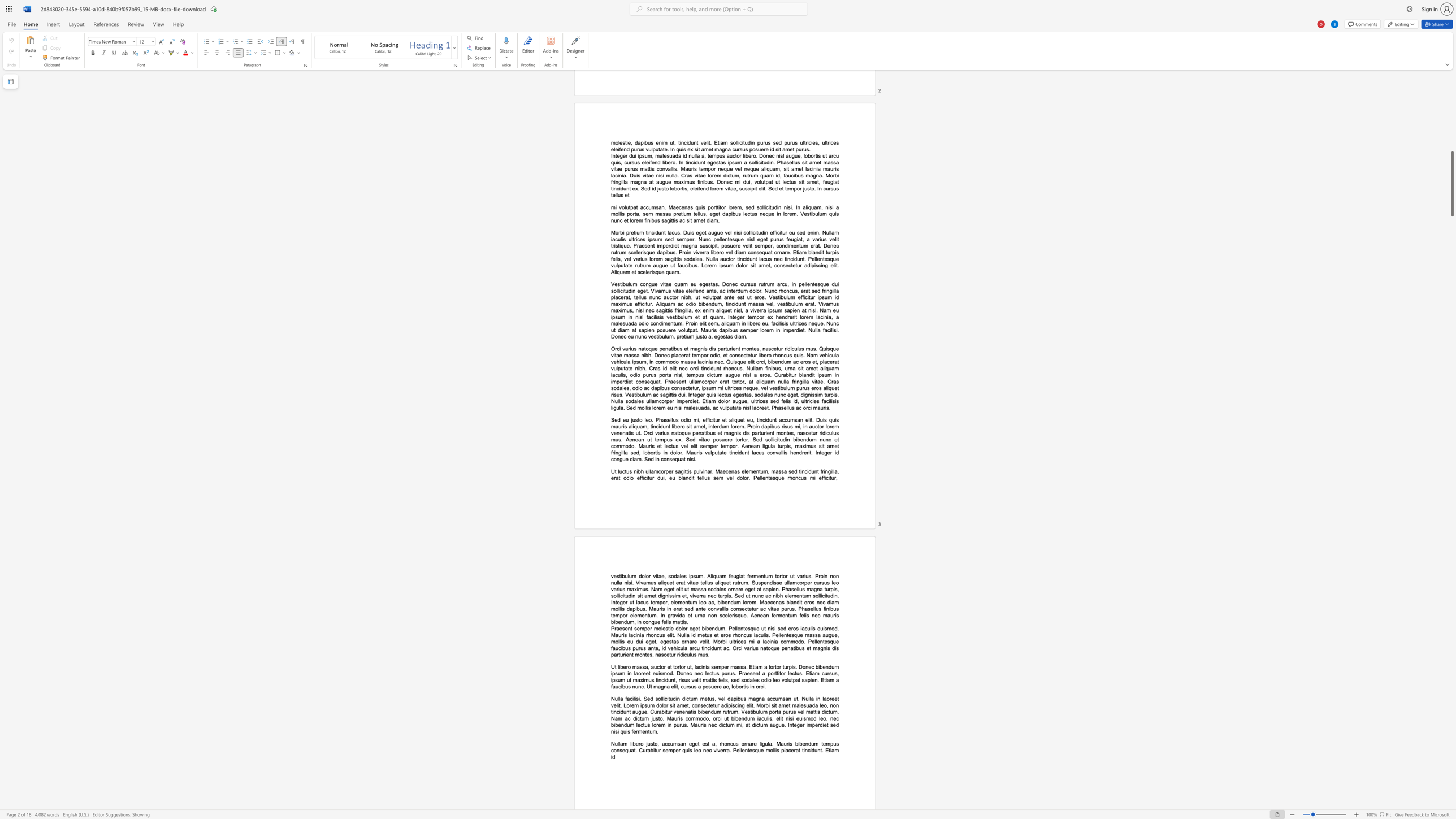 The image size is (1456, 819). What do you see at coordinates (696, 427) in the screenshot?
I see `the subset text "met, interdum lorem. Proin dapibus risus mi, in auctor lorem venenatis ut. Orci varius natoque penatibus et magnis dis parturient montes, nascetur ridiculus mus. Aenean ut tempus ex. Sed vitae posuere tortor. Sed sollicitudin bibendum nunc et commodo. Mauris et lectus vel elit semper tempor. Aenean ligula turpis, maximus sit amet fringilla sed, lobortis in dolor. Mauris vulpu" within the text "Sed eu justo leo. Phasellus odio mi, efficitur et aliquet eu, tincidunt accumsan elit. Duis quis mauris aliquam, tincidunt libero sit amet, interdum lorem. Proin dapibus risus mi, in auctor lorem venenatis ut. Orci varius natoque penatibus et magnis dis parturient montes, nascetur ridiculus mus. Aenean ut tempus ex. Sed vitae posuere tortor. Sed sollicitudin bibendum nunc et commodo. Mauris et lectus vel elit semper tempor. Aenean ligula turpis, maximus sit amet fringilla sed, lobortis in dolor. Mauris vulputate tincidunt lacus convallis hendrerit. Integer id congue diam. Sed in consequat nisi."` at bounding box center [696, 427].